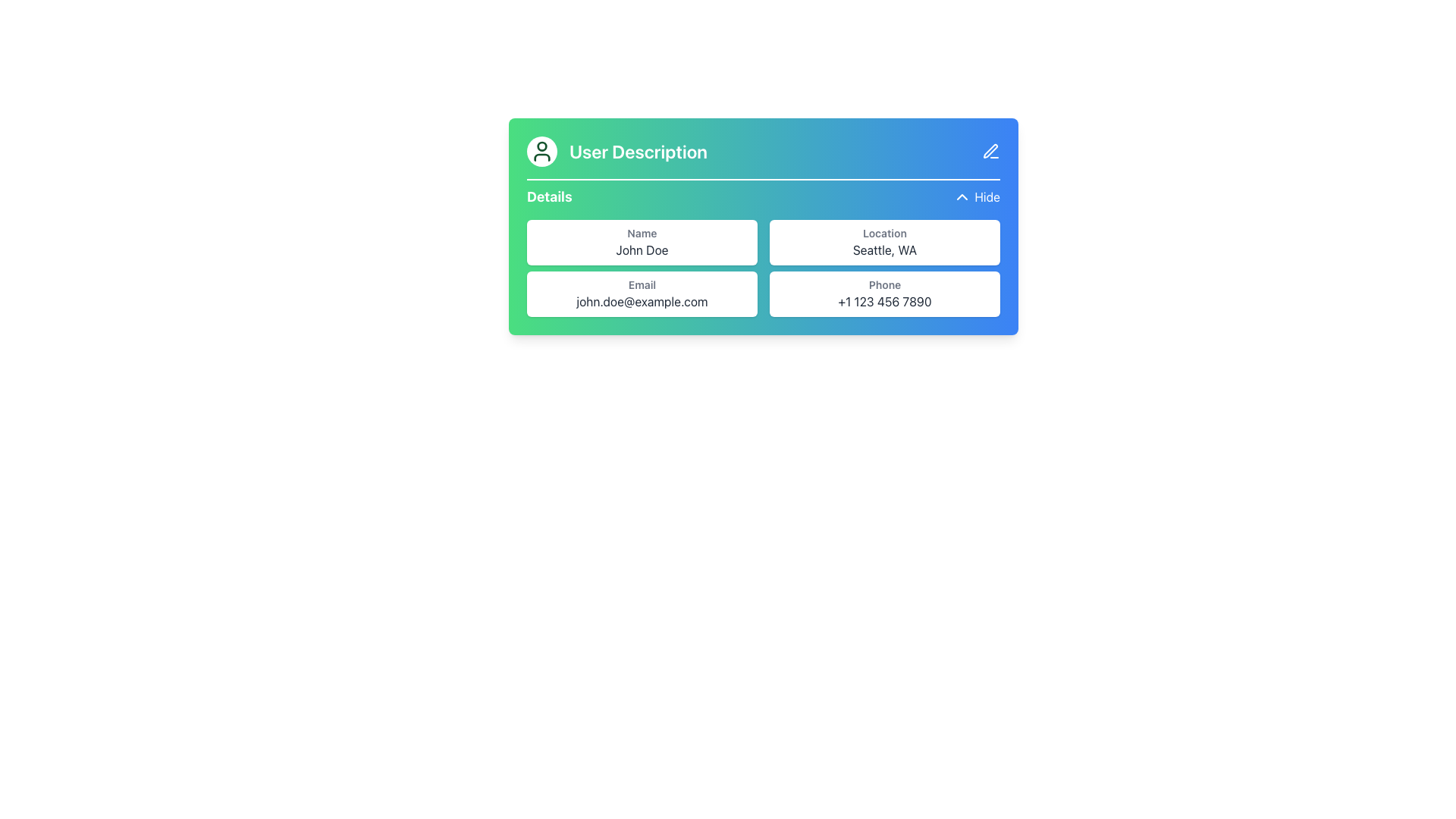 Image resolution: width=1456 pixels, height=819 pixels. What do you see at coordinates (642, 242) in the screenshot?
I see `the 'Name' text display card, which is a white rectangular card with rounded corners, showing 'Name' in gray font and 'John Doe' in bold dark font, located in the upper left quadrant of the details section` at bounding box center [642, 242].